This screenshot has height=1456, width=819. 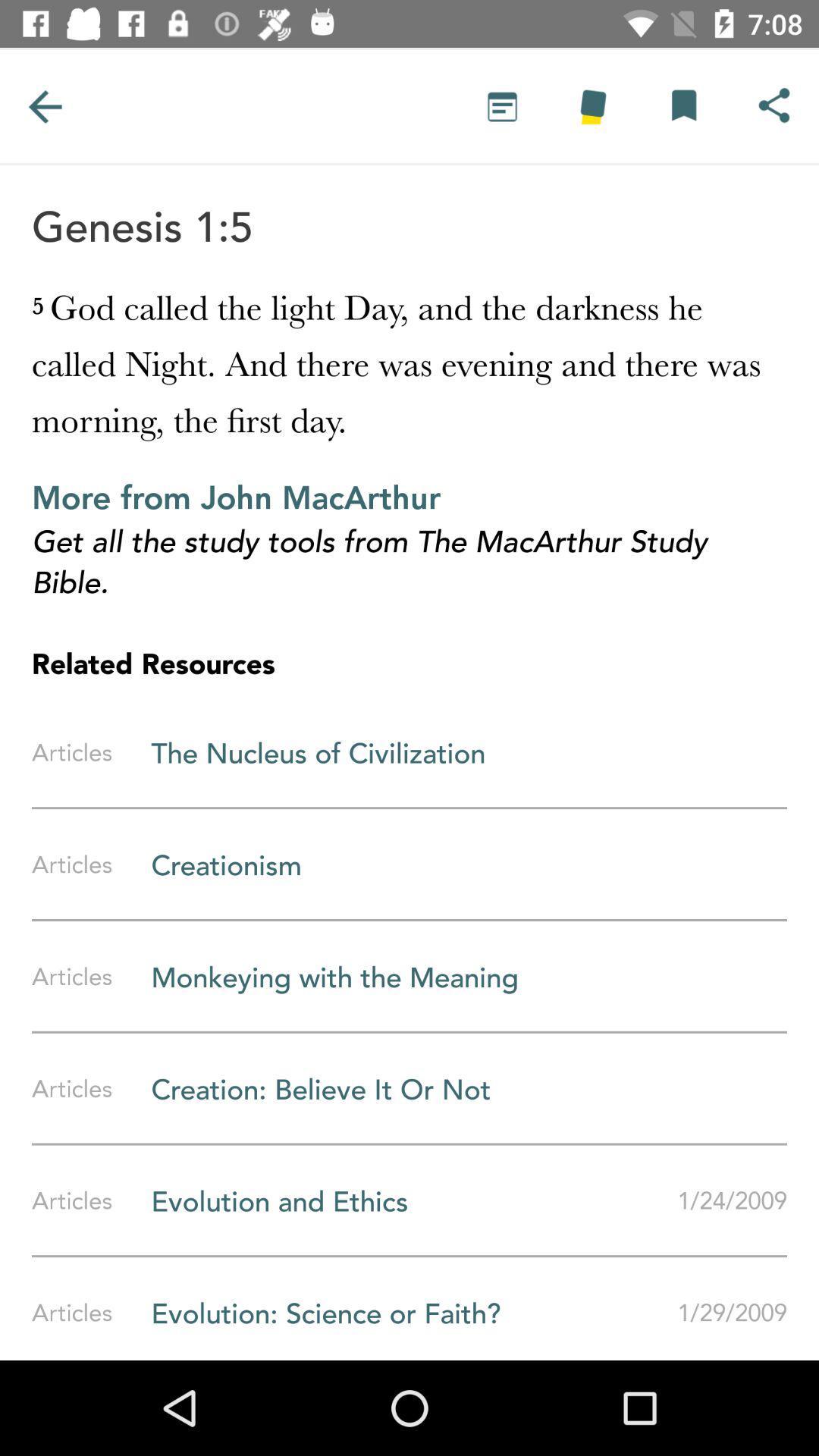 What do you see at coordinates (44, 105) in the screenshot?
I see `previous` at bounding box center [44, 105].